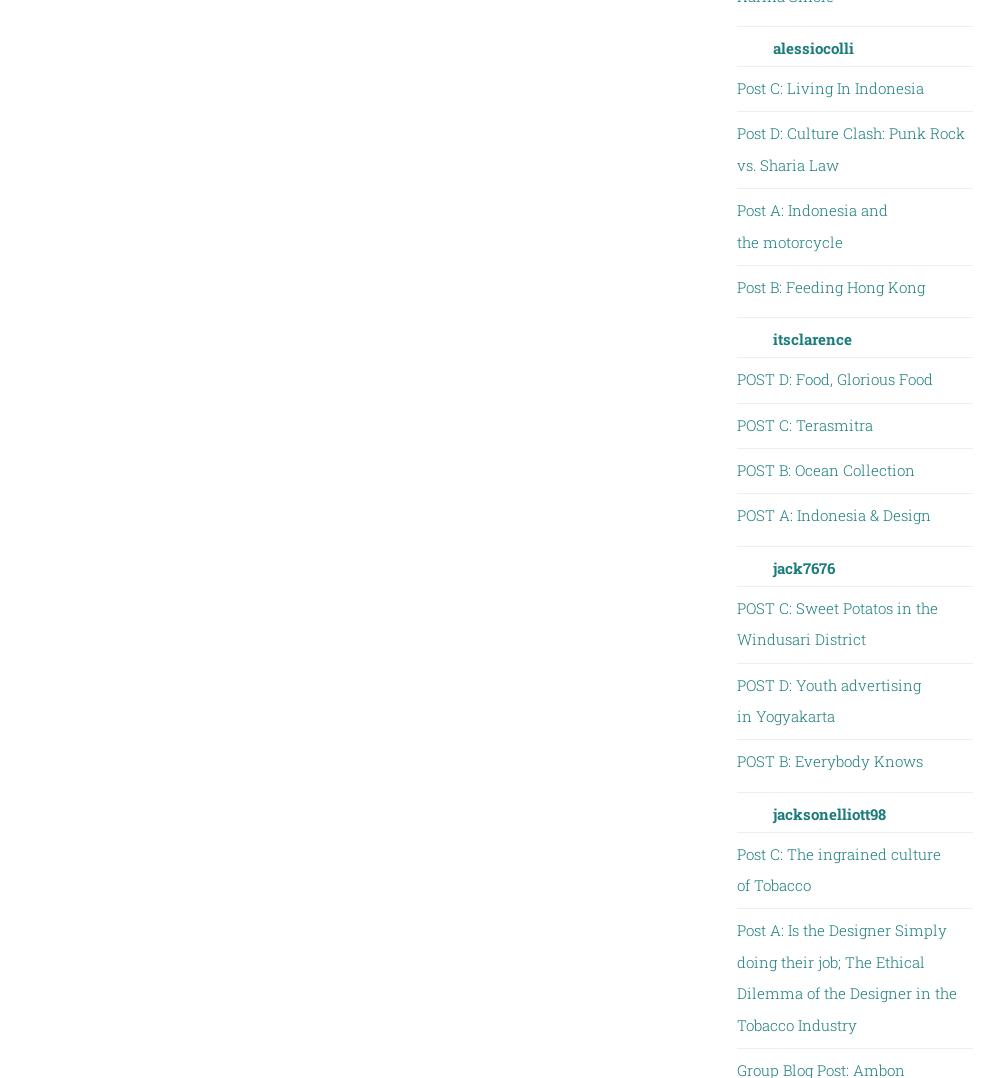 This screenshot has width=1000, height=1078. What do you see at coordinates (837, 867) in the screenshot?
I see `'Post C: The ingrained culture of Tobacco'` at bounding box center [837, 867].